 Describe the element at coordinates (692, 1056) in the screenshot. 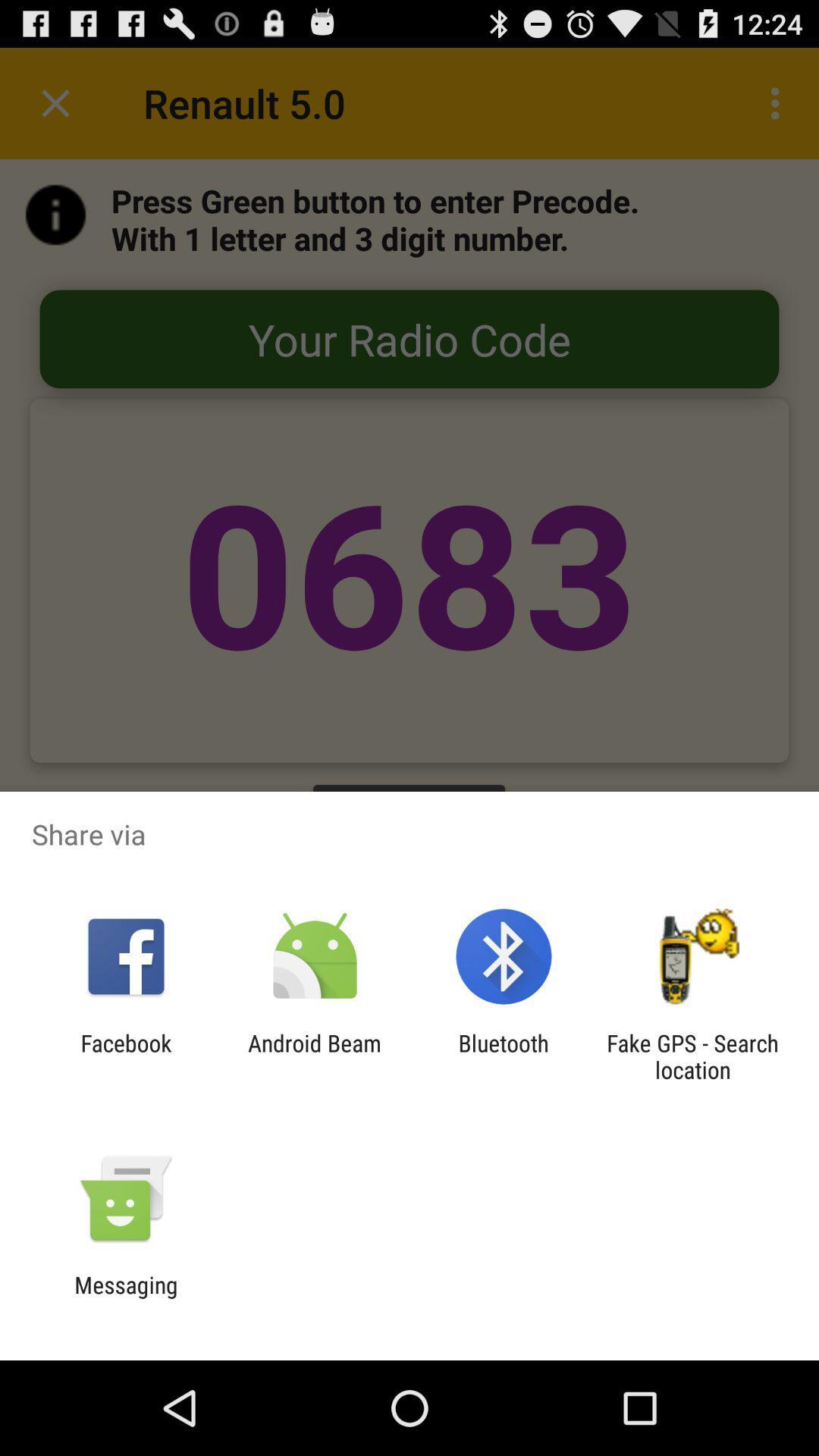

I see `app at the bottom right corner` at that location.